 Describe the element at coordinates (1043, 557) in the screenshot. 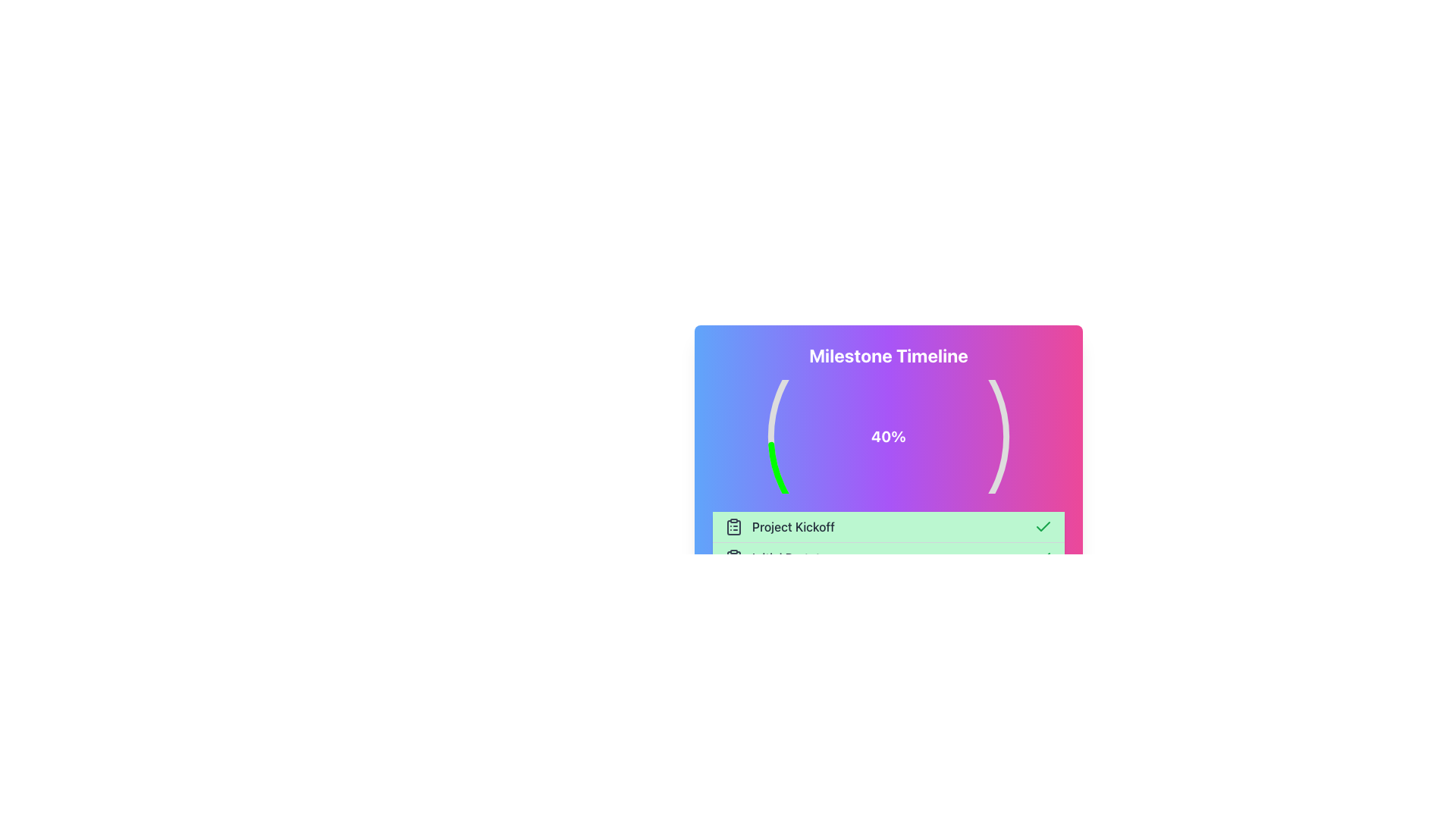

I see `the SVG Graphic (Checkmark Icon) that is part of the milestone progress section, styled with lucide-check class, located near the 'Project Kickoff' text` at that location.